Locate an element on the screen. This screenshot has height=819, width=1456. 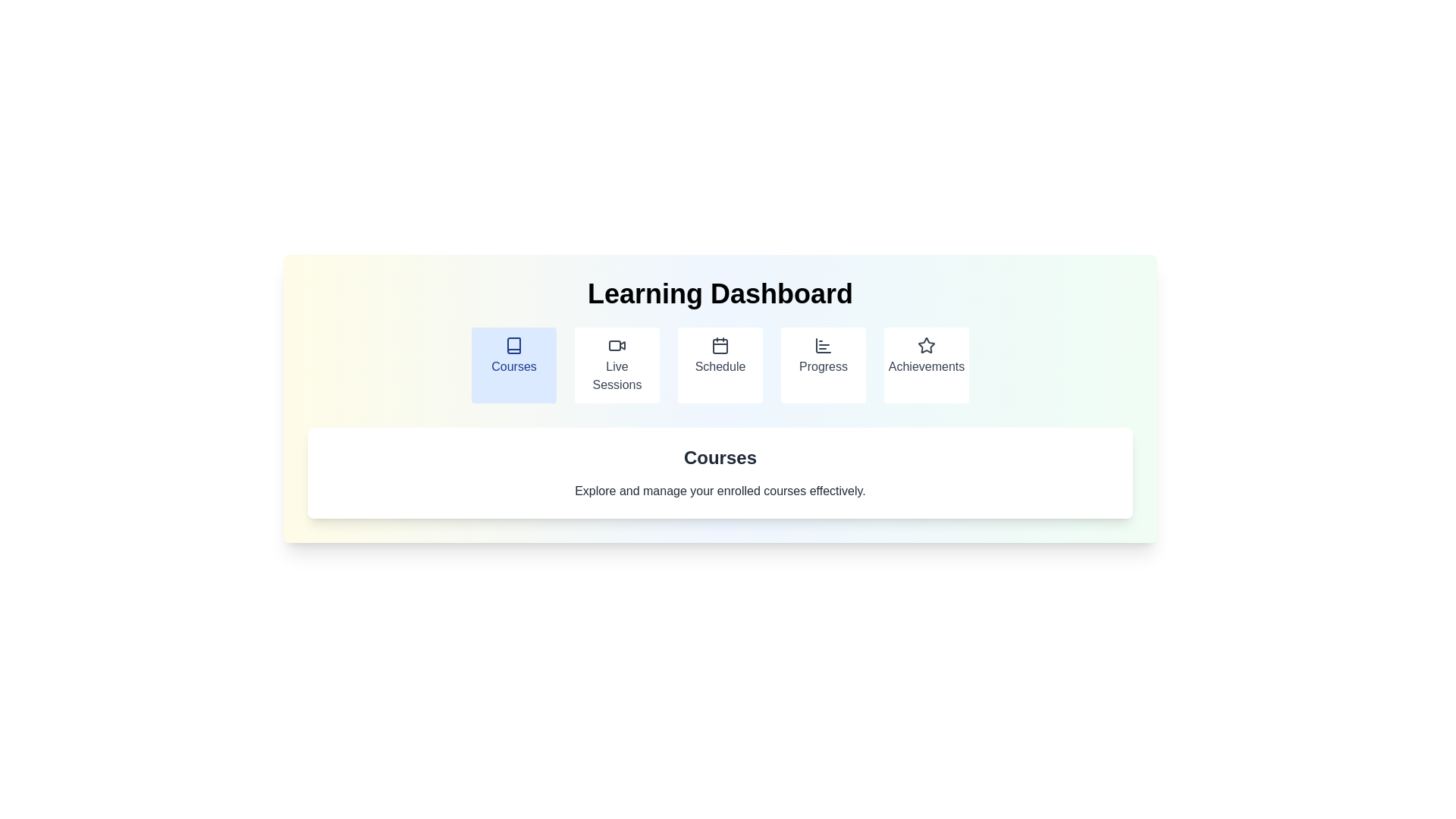
the red rectangular element with rounded corners located within the video camera icon in the navigation bar below the 'Learning Dashboard' is located at coordinates (615, 345).